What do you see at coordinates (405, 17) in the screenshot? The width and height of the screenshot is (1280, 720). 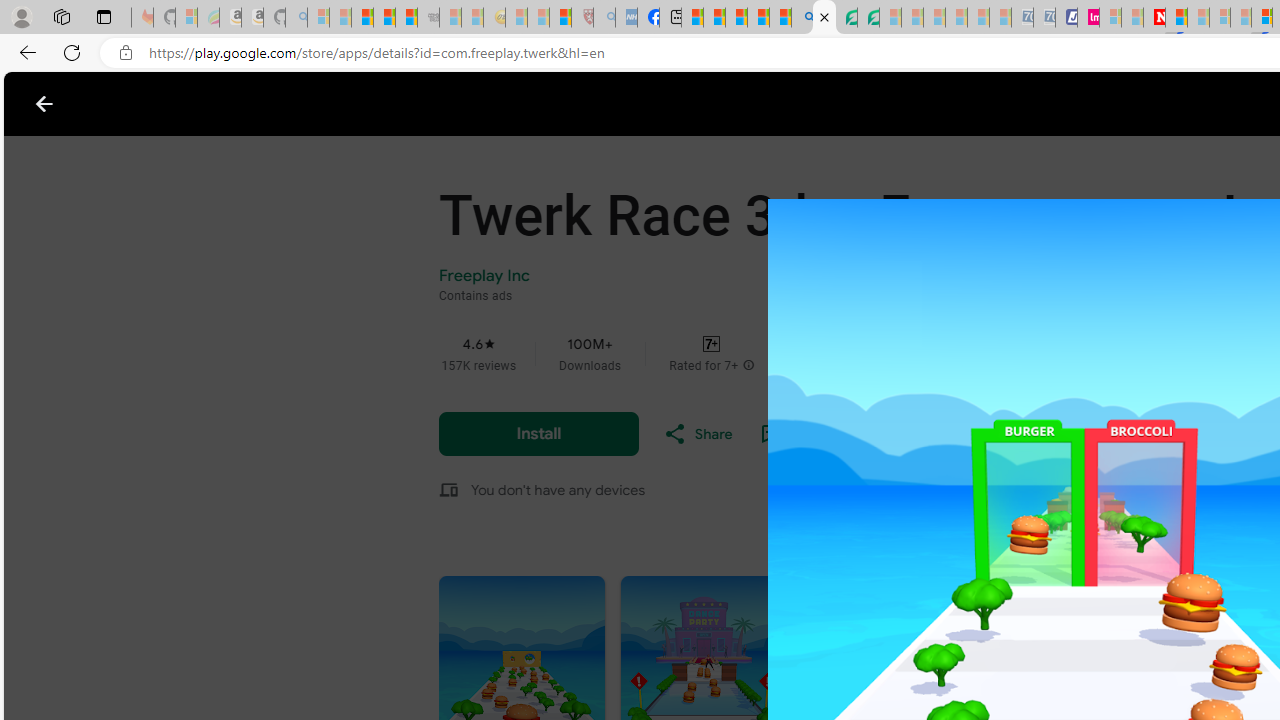 I see `'New Report Confirms 2023 Was Record Hot | Watch'` at bounding box center [405, 17].